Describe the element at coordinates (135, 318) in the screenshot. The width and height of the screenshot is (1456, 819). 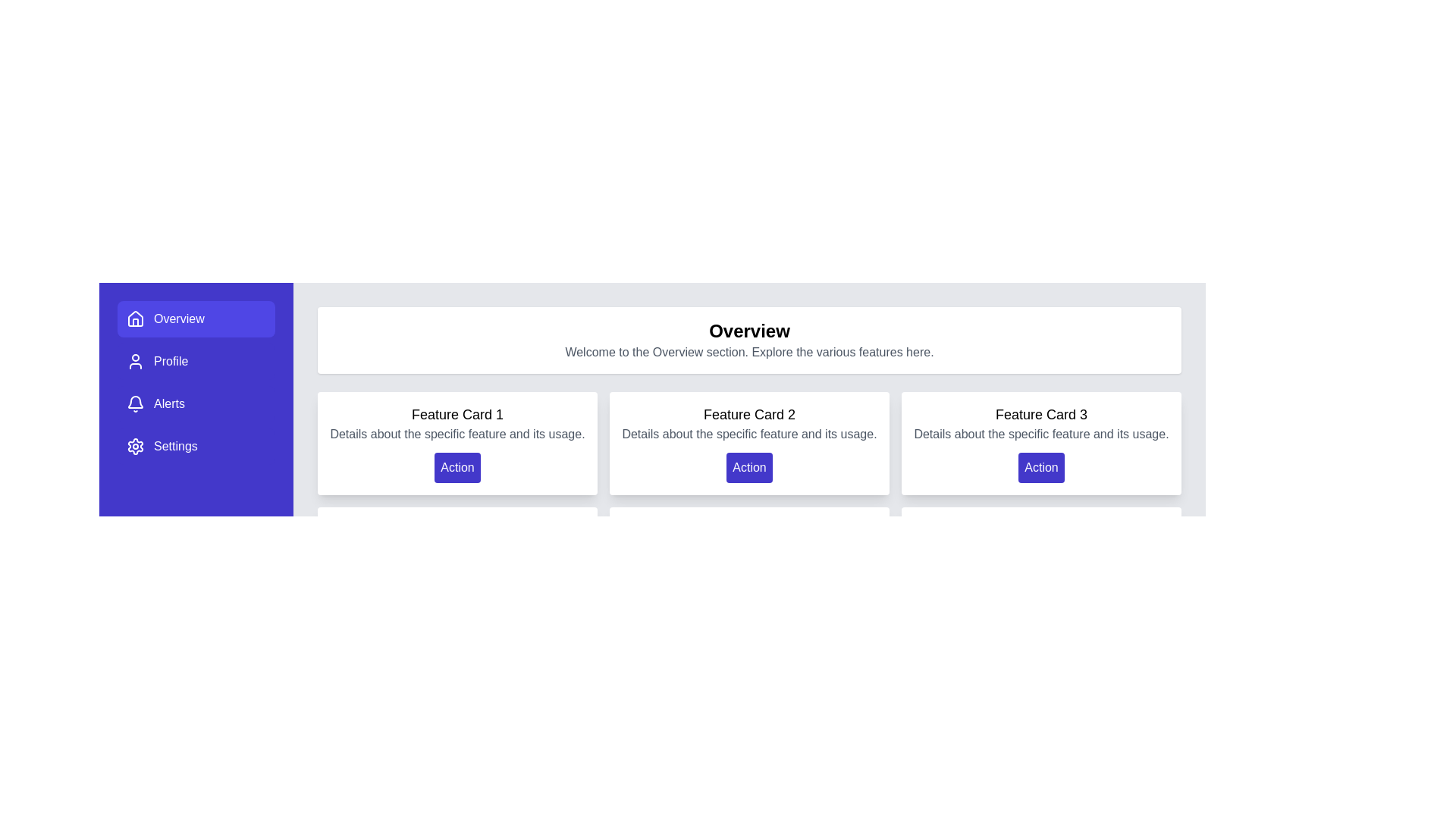
I see `the house-shaped icon in white color located in the sidebar menu` at that location.